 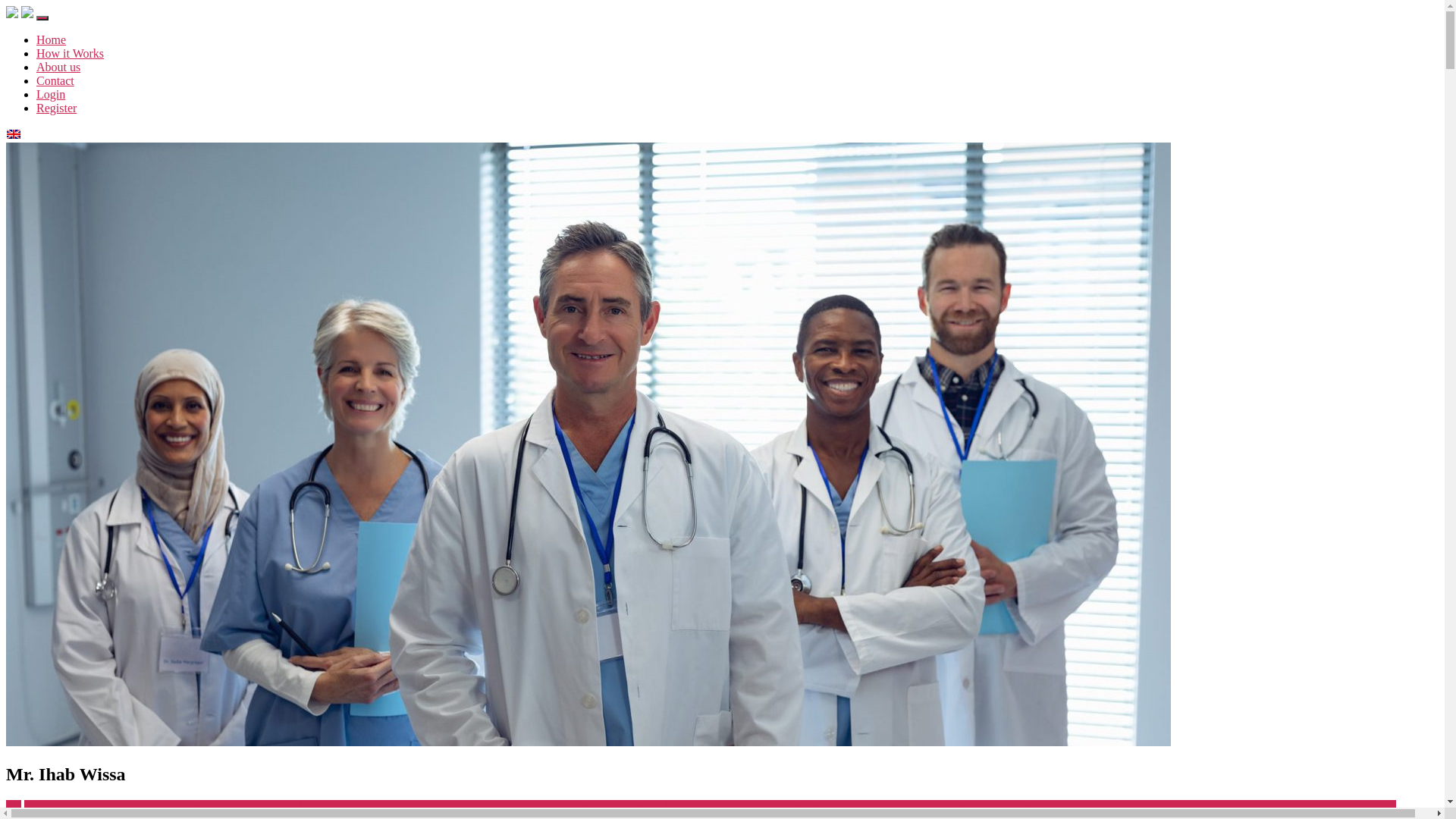 I want to click on 'How it Works', so click(x=69, y=52).